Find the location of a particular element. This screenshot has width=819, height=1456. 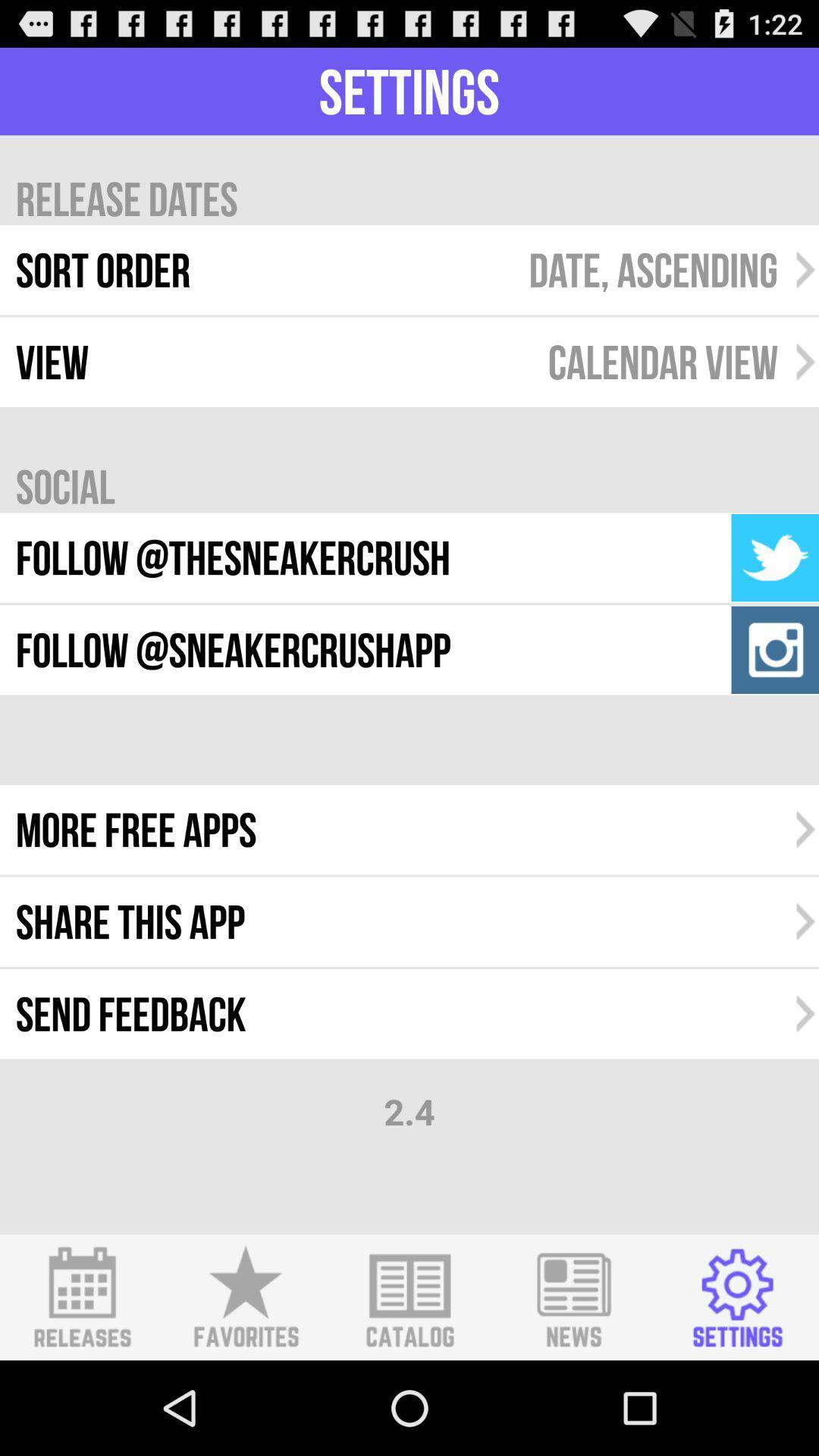

open releases calendar view is located at coordinates (82, 1297).